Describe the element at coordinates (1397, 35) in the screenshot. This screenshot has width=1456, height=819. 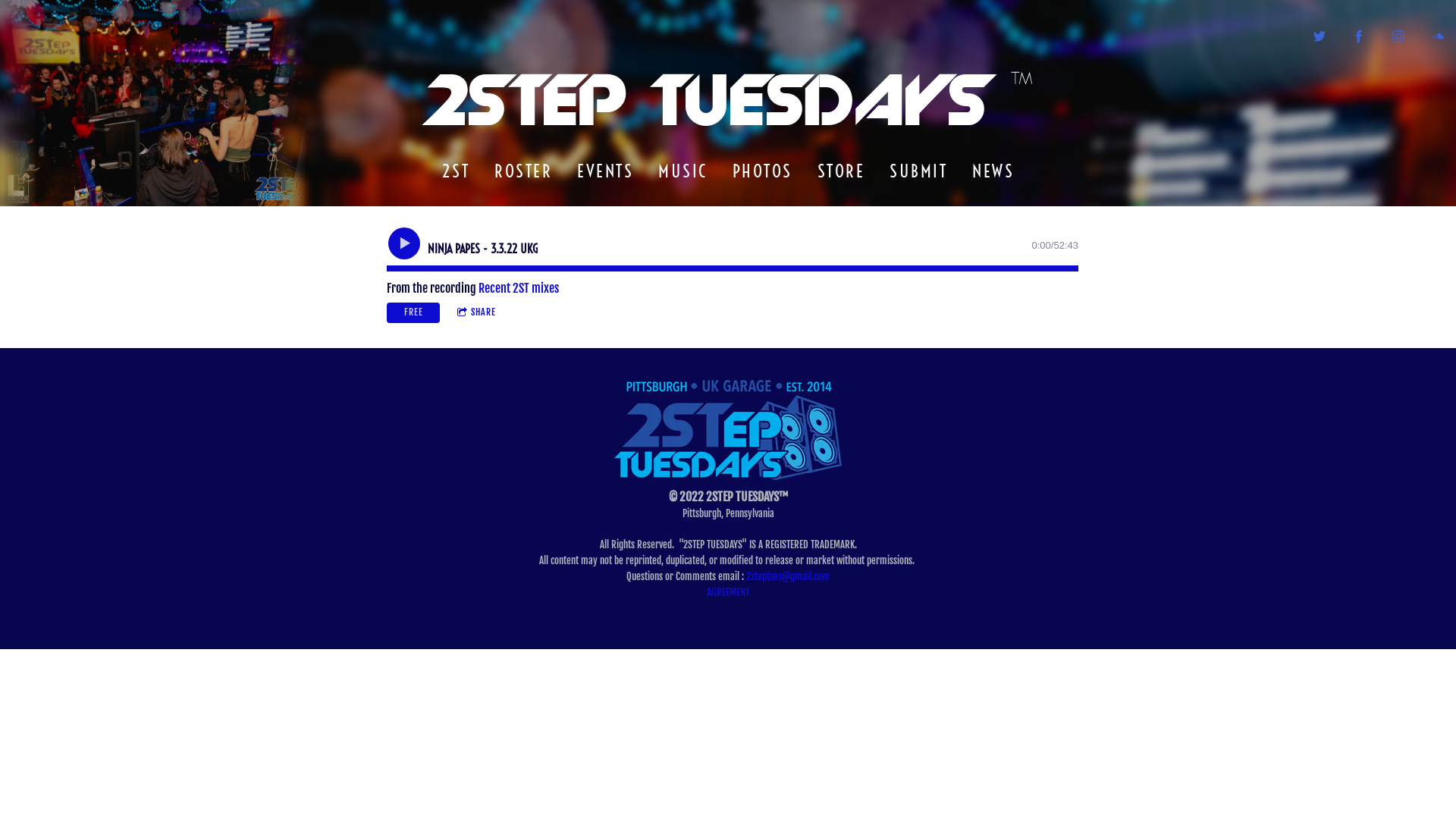
I see `'https://instagram.com/2step'` at that location.